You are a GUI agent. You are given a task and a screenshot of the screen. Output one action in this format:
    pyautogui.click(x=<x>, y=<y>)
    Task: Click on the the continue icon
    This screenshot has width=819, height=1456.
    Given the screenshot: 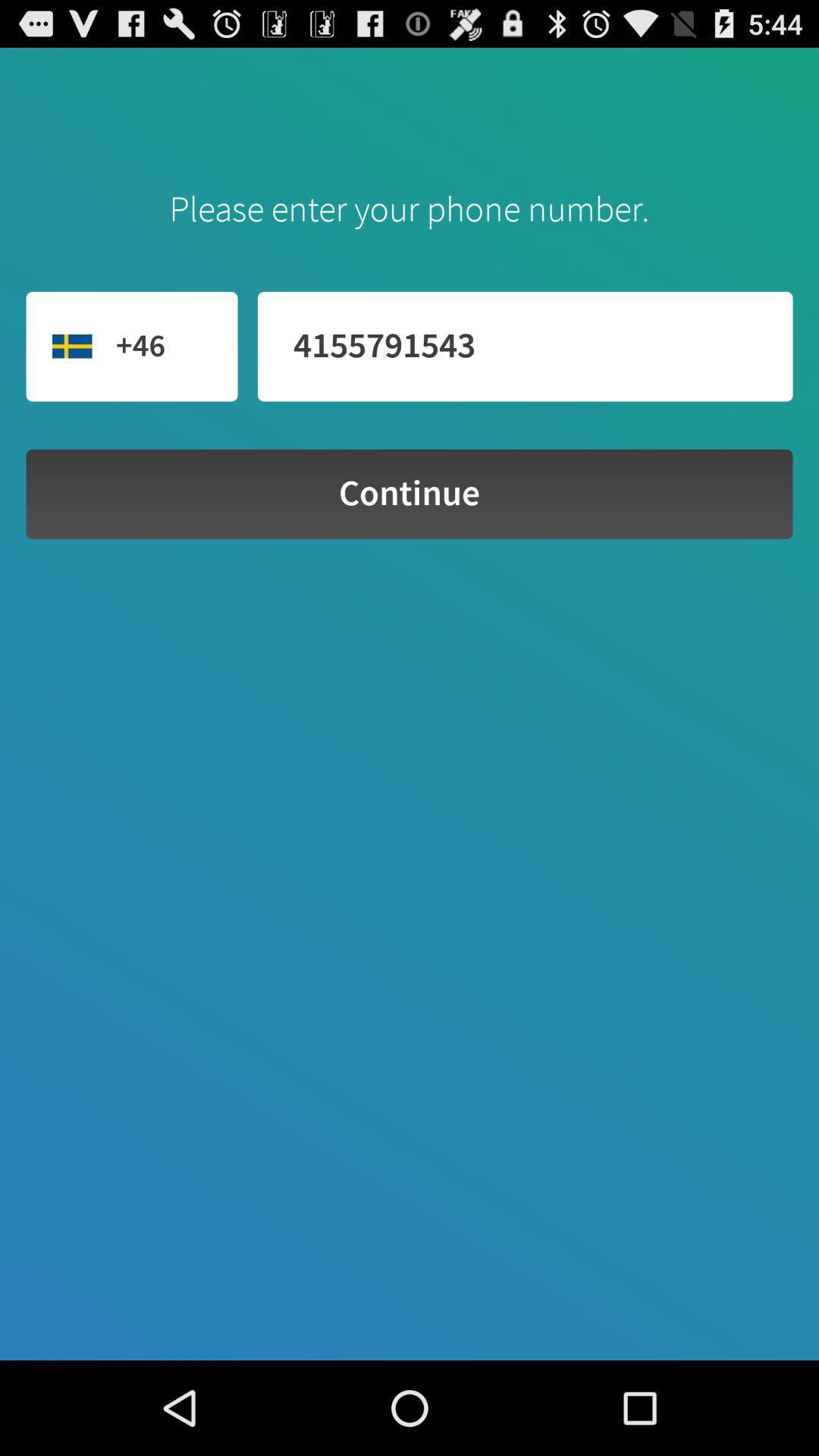 What is the action you would take?
    pyautogui.click(x=409, y=494)
    